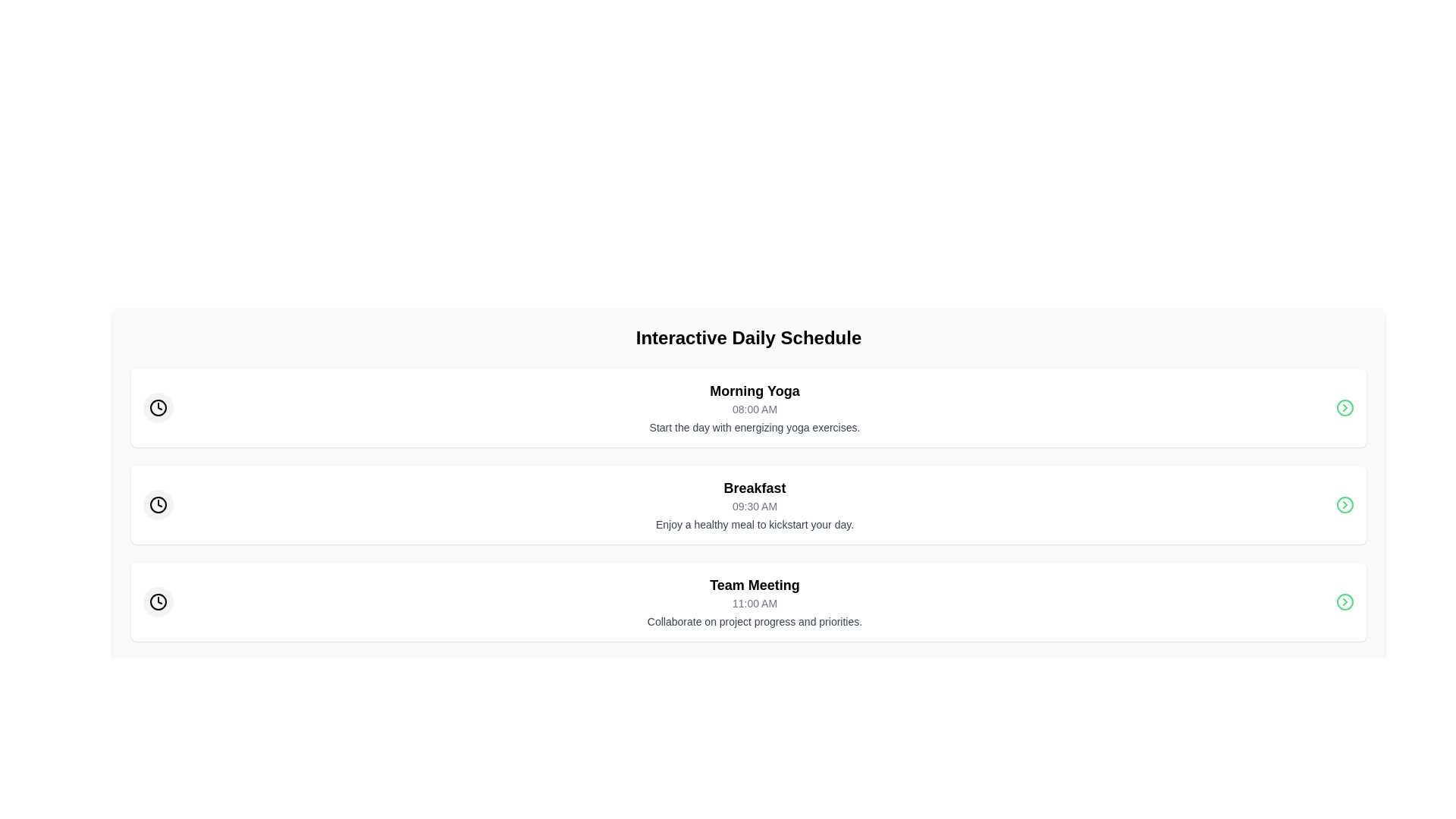 The image size is (1456, 819). I want to click on the 'Morning Yoga' text component in the Interactive Daily Schedule, which includes the title, time, and description, so click(755, 406).